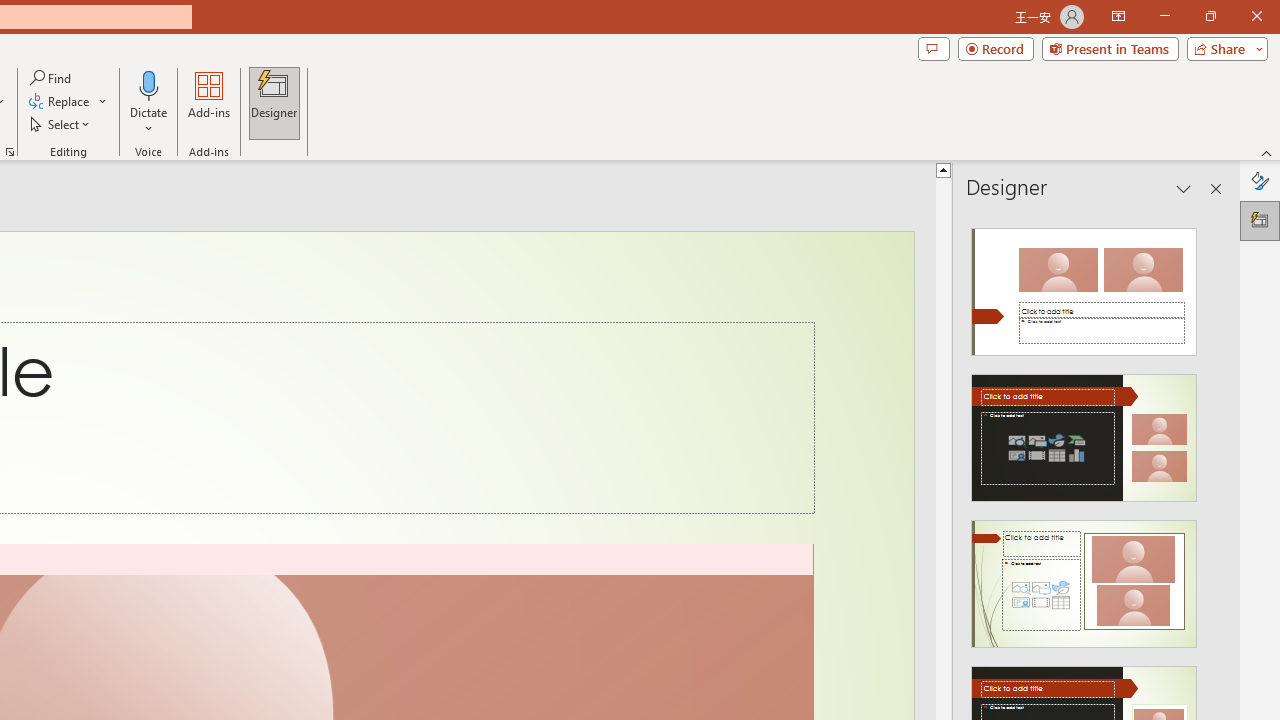  Describe the element at coordinates (1164, 16) in the screenshot. I see `'Minimize'` at that location.